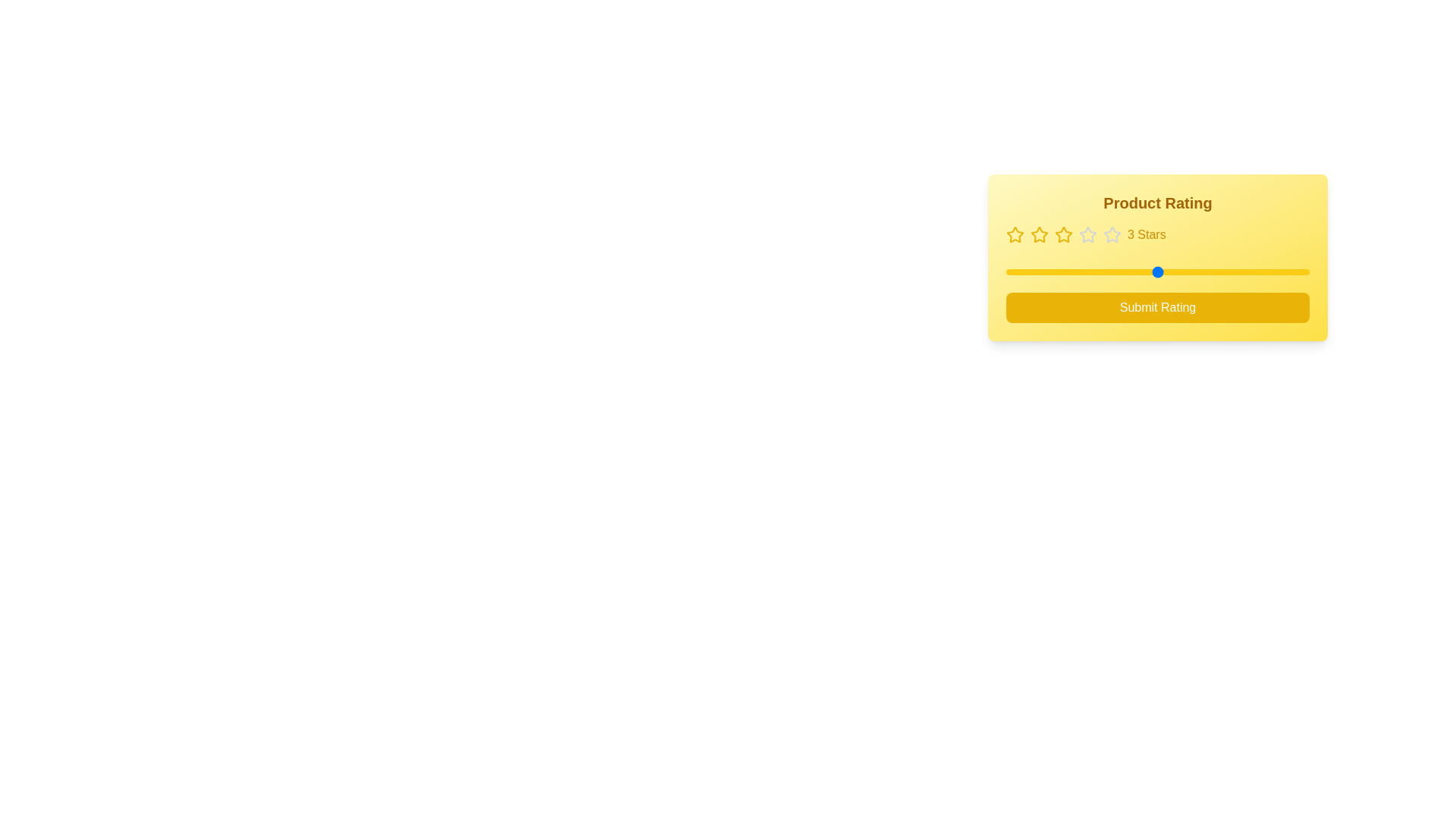 The image size is (1456, 819). What do you see at coordinates (1112, 234) in the screenshot?
I see `the third star icon in the product rating interface` at bounding box center [1112, 234].